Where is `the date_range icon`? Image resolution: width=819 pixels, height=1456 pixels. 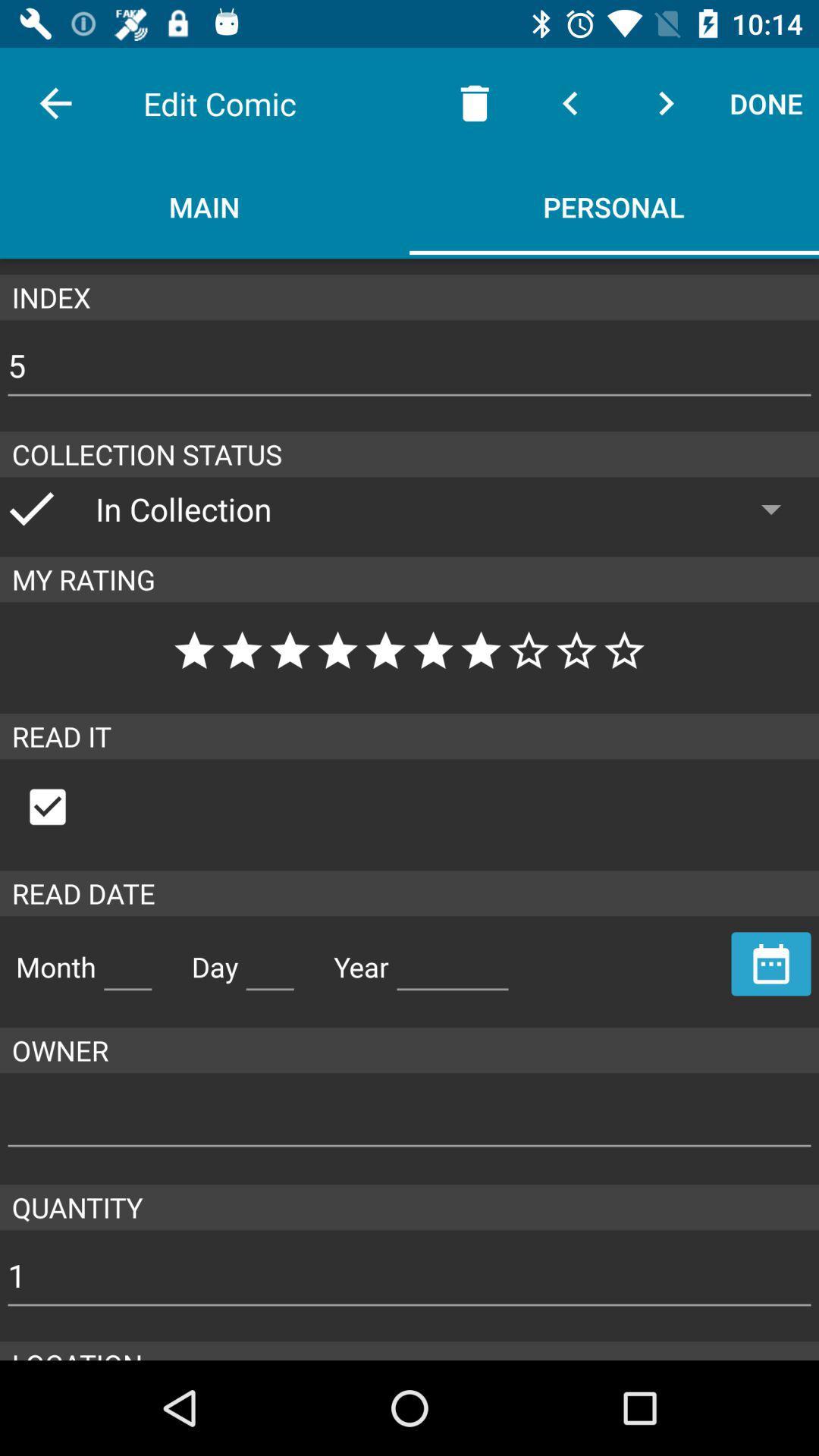
the date_range icon is located at coordinates (771, 963).